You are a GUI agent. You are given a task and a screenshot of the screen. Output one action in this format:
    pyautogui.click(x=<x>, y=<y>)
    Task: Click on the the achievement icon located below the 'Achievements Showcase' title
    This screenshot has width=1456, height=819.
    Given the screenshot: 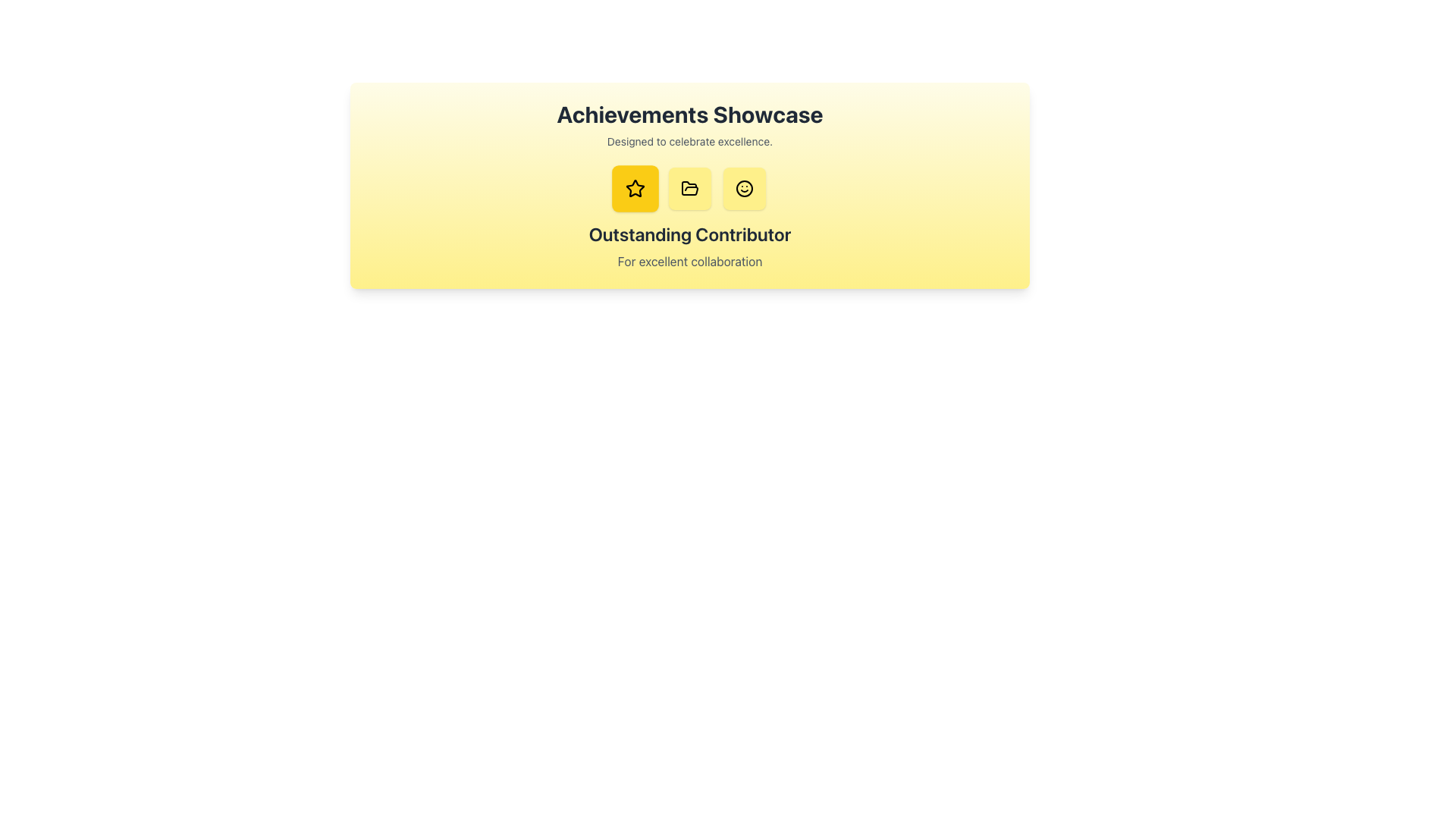 What is the action you would take?
    pyautogui.click(x=635, y=188)
    